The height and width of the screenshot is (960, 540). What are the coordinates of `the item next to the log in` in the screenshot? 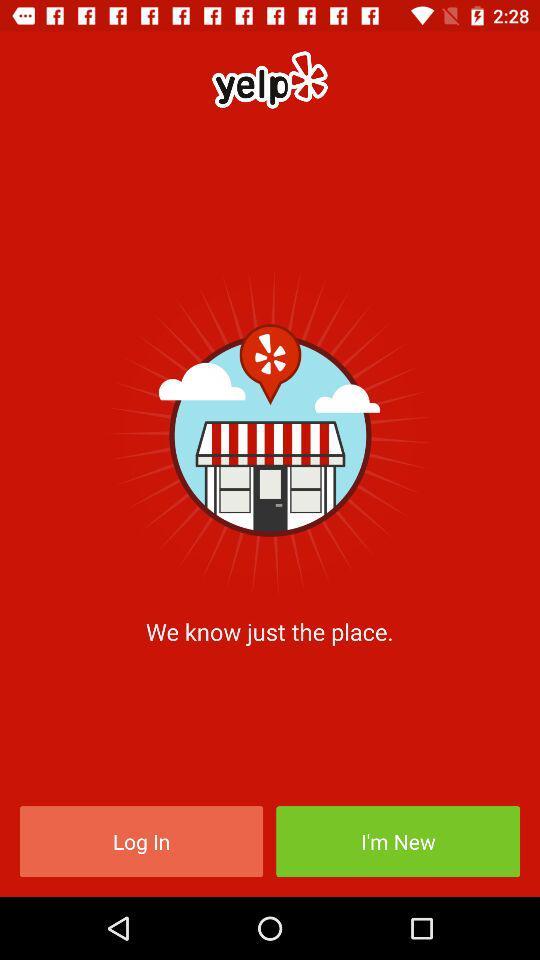 It's located at (398, 840).